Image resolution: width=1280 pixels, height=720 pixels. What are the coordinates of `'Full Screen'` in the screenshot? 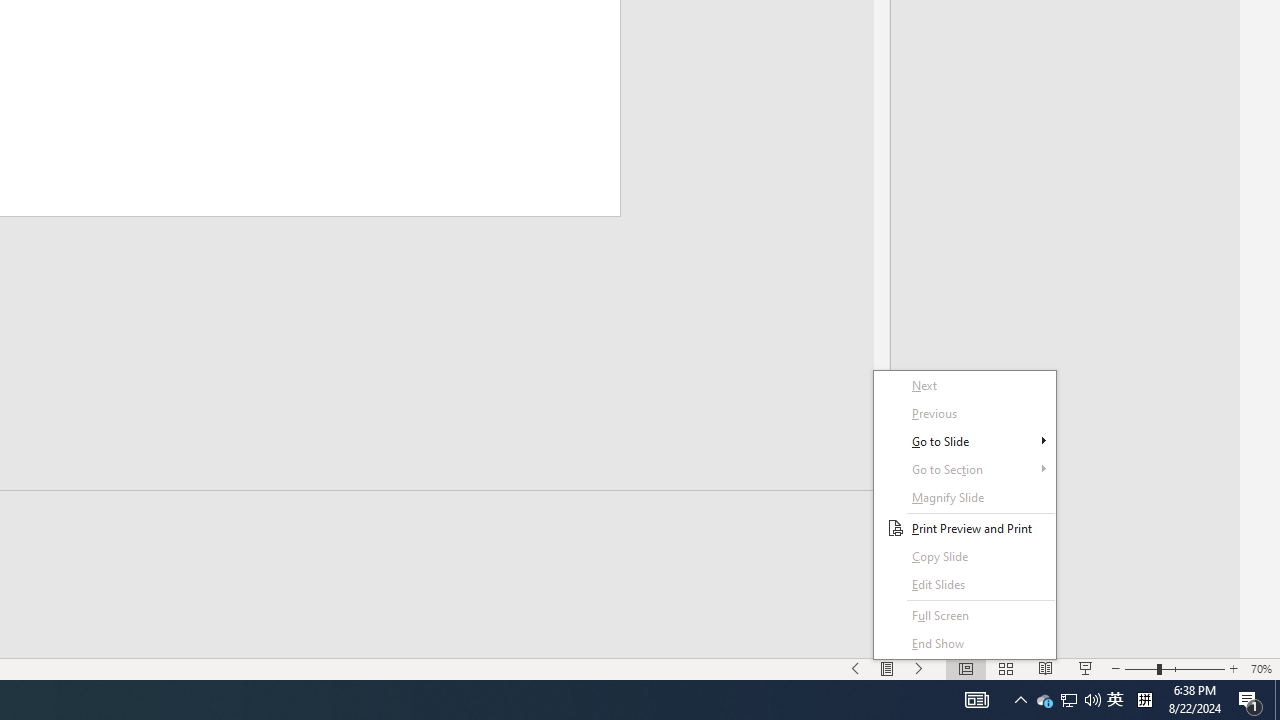 It's located at (965, 614).